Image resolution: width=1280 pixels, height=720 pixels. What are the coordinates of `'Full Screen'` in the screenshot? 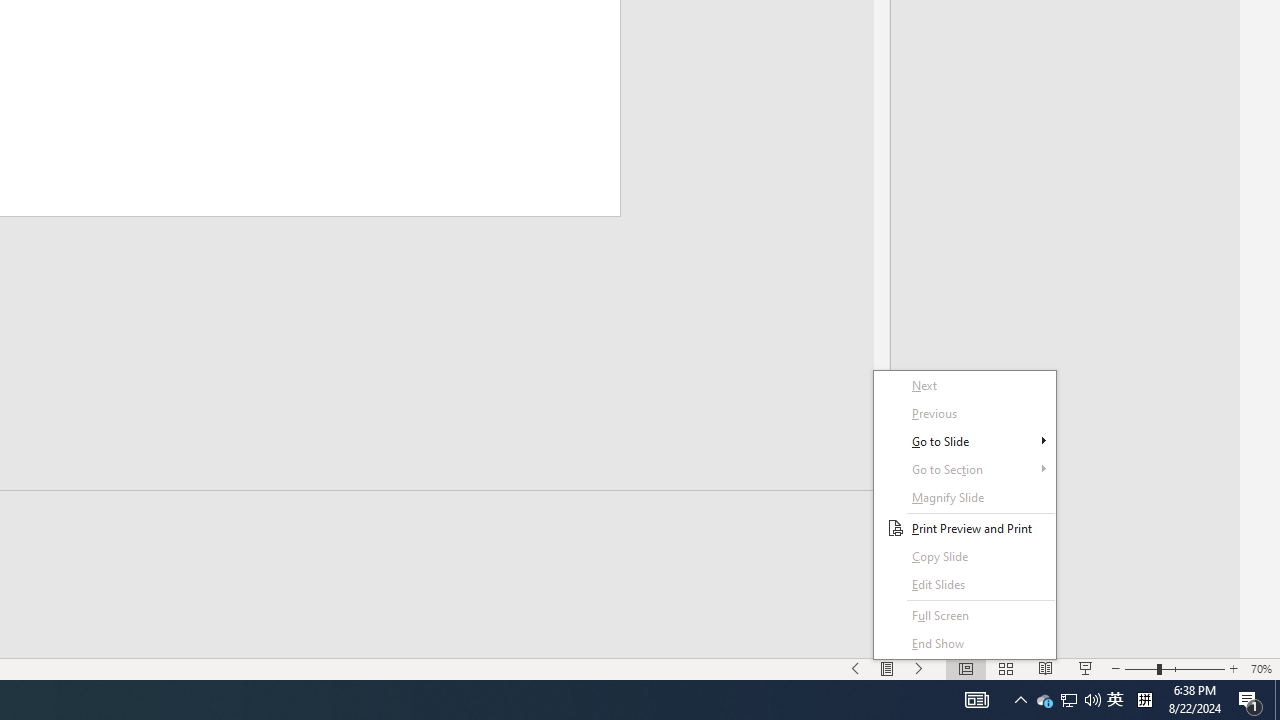 It's located at (965, 614).